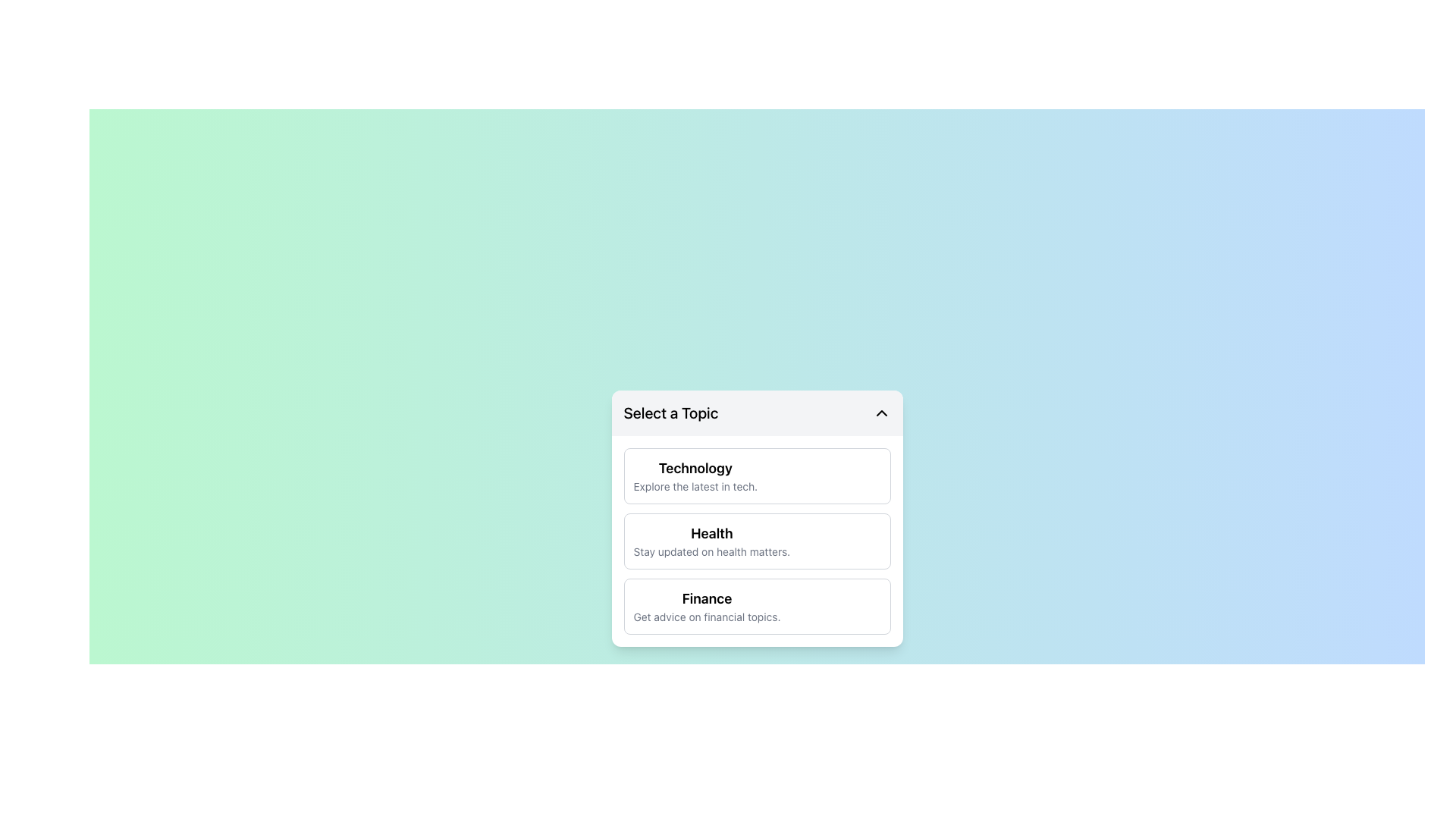 The height and width of the screenshot is (819, 1456). What do you see at coordinates (710, 533) in the screenshot?
I see `the heading label for the 'Health' topic located in the second list item of the 'Select a Topic' section` at bounding box center [710, 533].